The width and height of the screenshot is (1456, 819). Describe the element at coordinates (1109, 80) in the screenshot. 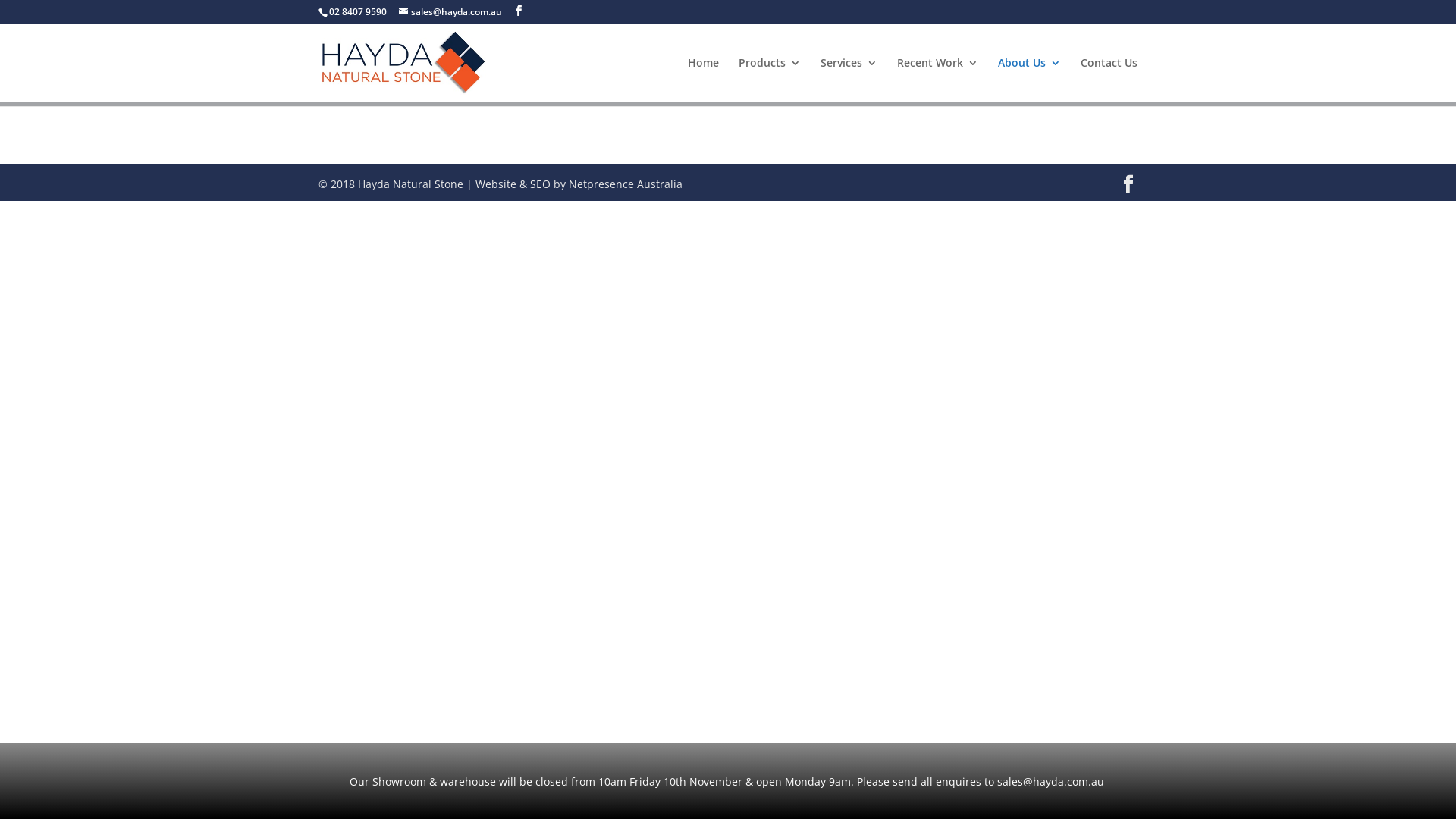

I see `'Contact Us'` at that location.